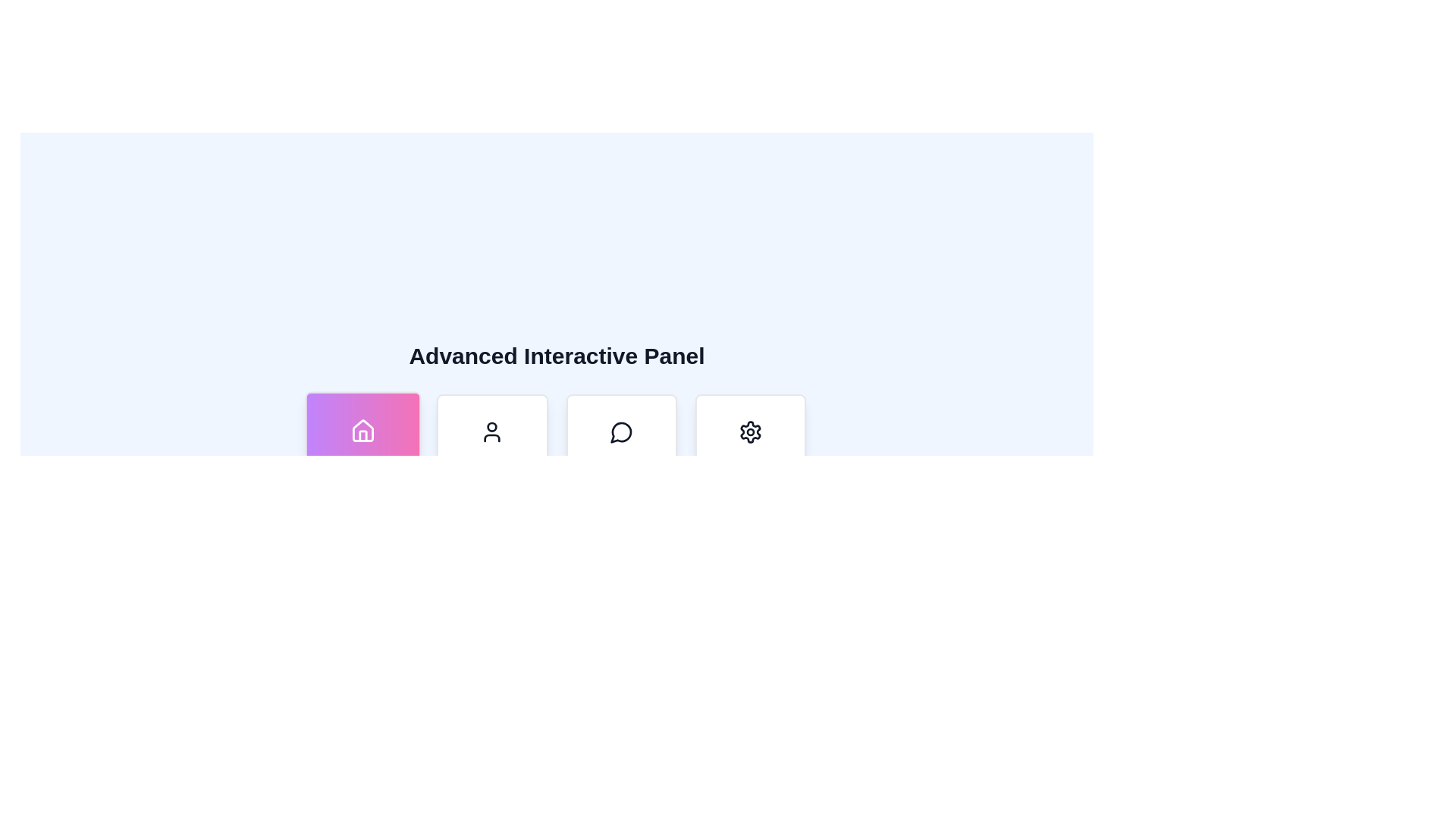 The width and height of the screenshot is (1456, 819). I want to click on the first button in the grid, located at the top left corner, so click(362, 447).